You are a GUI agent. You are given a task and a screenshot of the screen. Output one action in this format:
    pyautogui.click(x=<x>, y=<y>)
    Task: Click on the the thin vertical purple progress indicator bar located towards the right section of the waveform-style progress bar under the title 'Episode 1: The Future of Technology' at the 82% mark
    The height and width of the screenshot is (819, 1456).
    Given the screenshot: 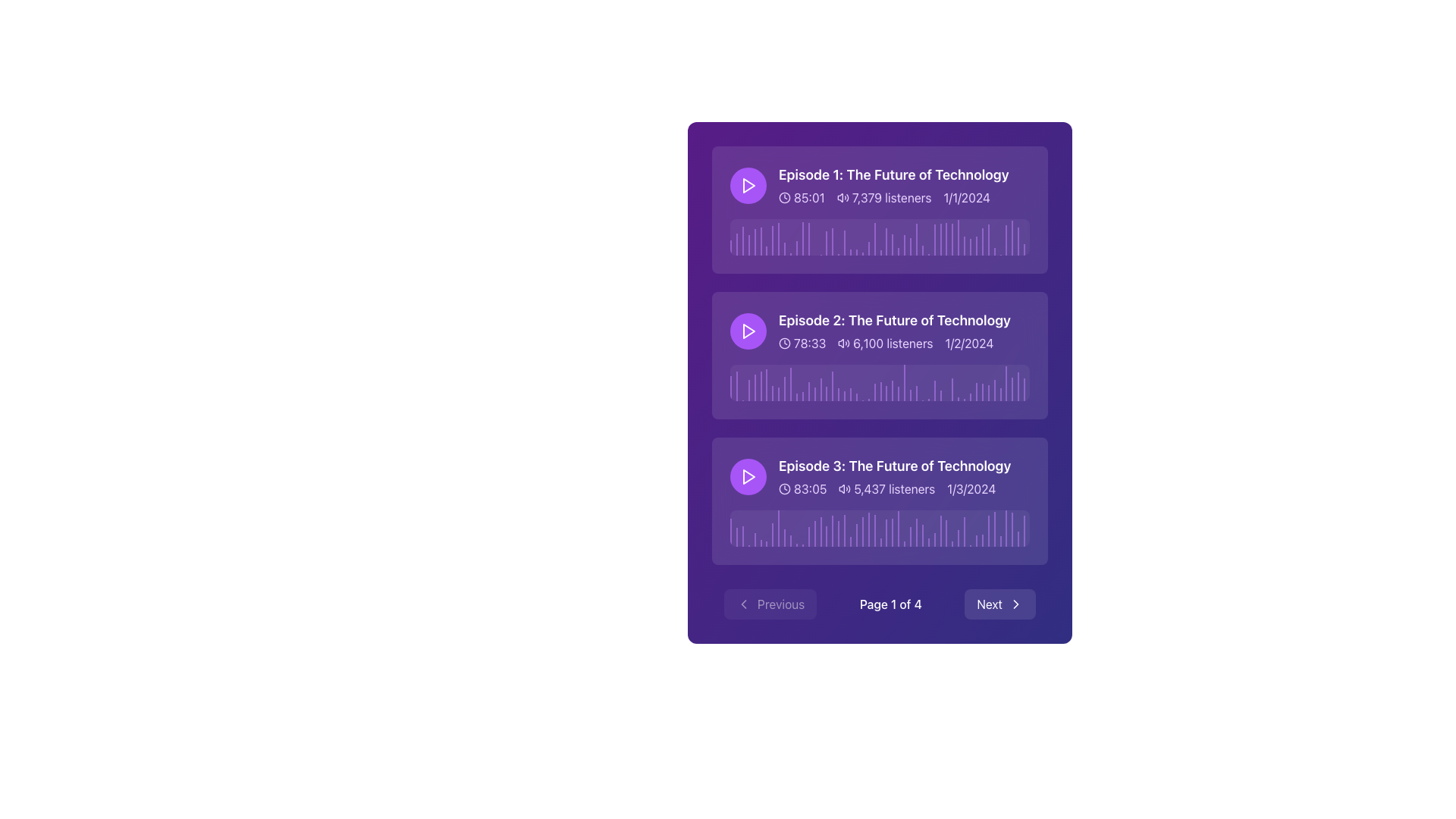 What is the action you would take?
    pyautogui.click(x=976, y=245)
    